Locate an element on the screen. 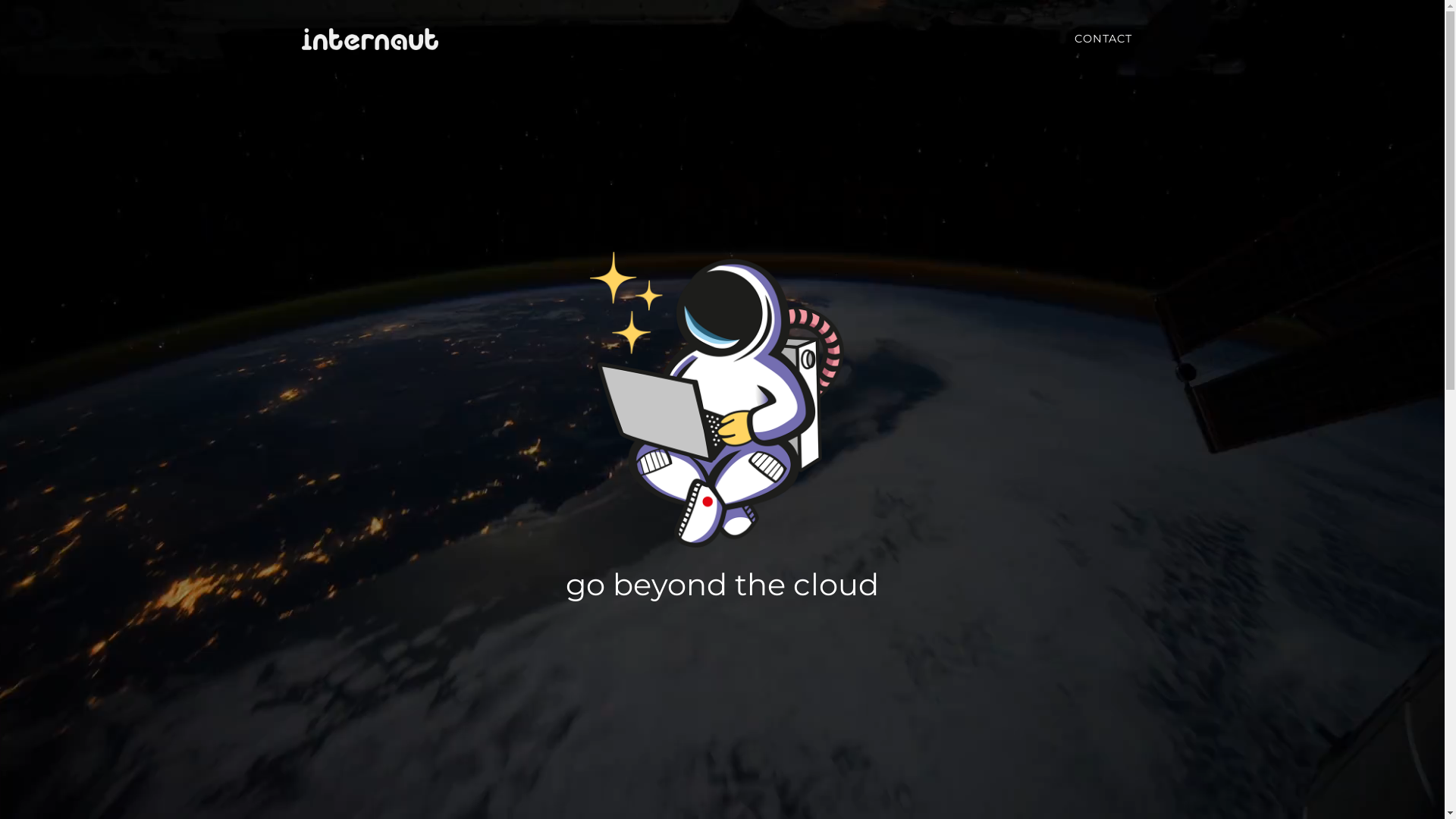 Image resolution: width=1456 pixels, height=819 pixels. 'CONTACT' is located at coordinates (1103, 38).